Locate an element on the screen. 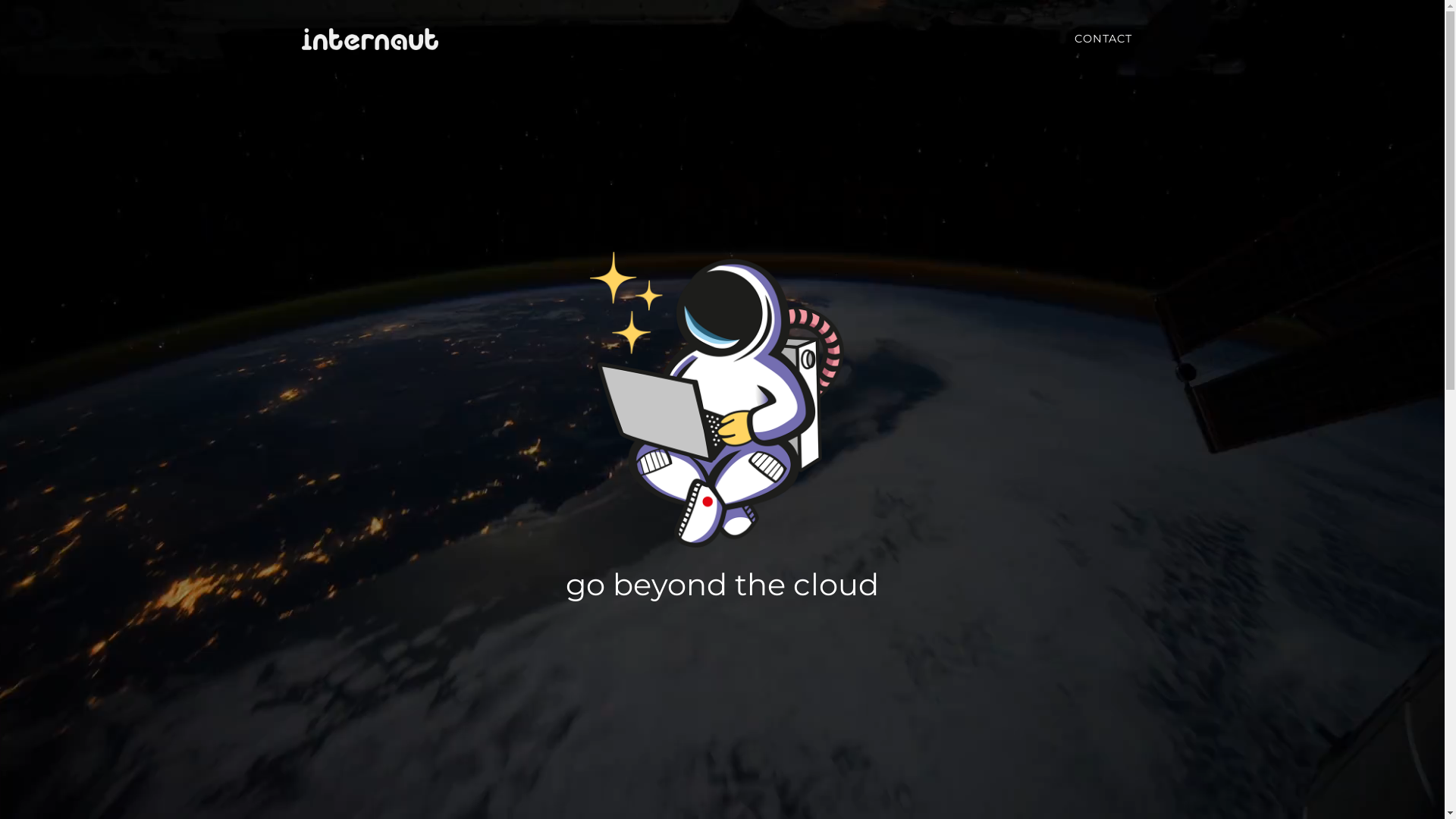 Image resolution: width=1456 pixels, height=819 pixels. 'CONTACT' is located at coordinates (1103, 38).